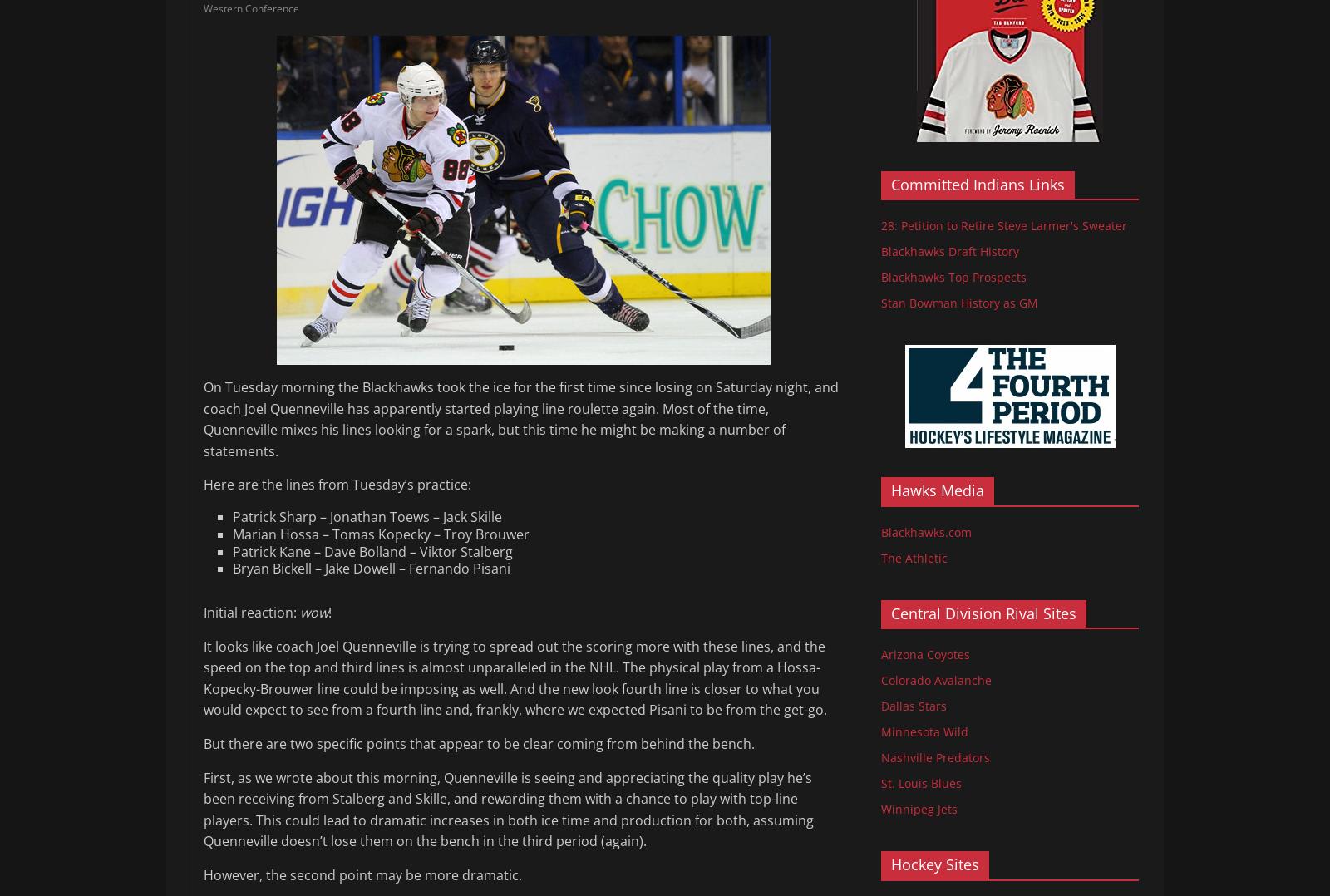 The height and width of the screenshot is (896, 1330). What do you see at coordinates (372, 550) in the screenshot?
I see `'Patrick Kane – Dave Bolland – Viktor Stalberg'` at bounding box center [372, 550].